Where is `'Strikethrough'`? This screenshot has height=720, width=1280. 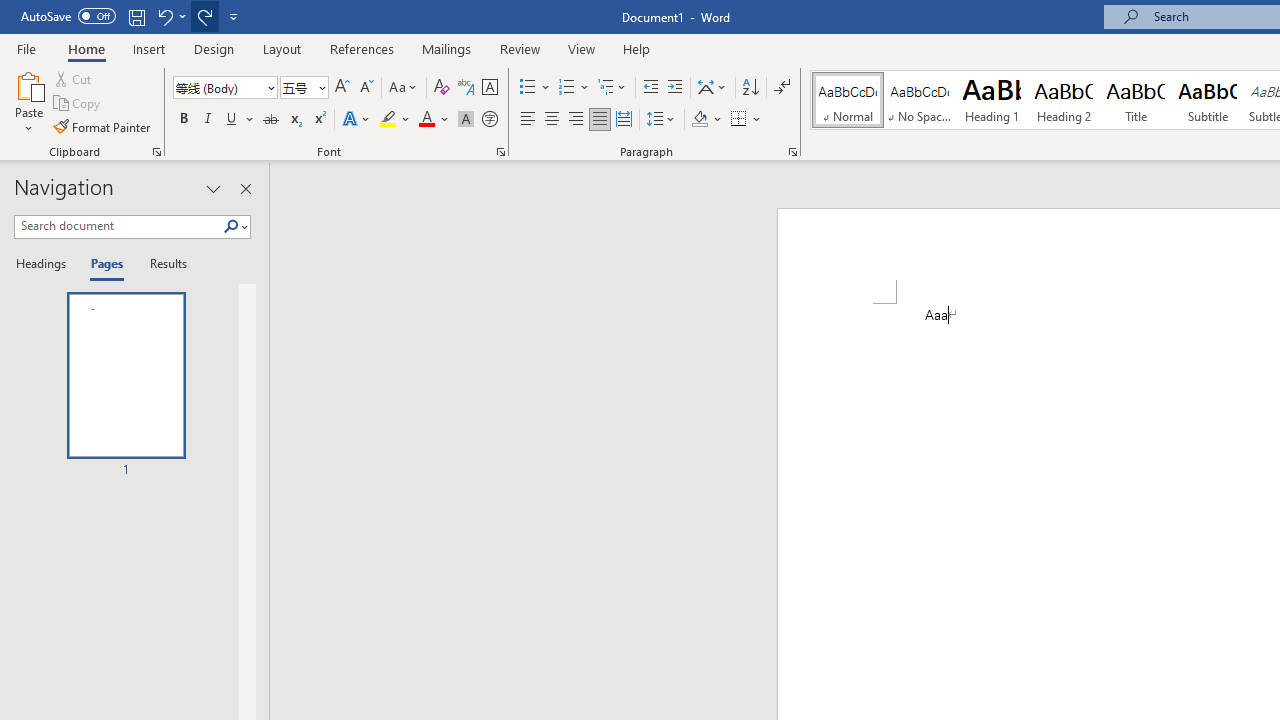
'Strikethrough' is located at coordinates (269, 119).